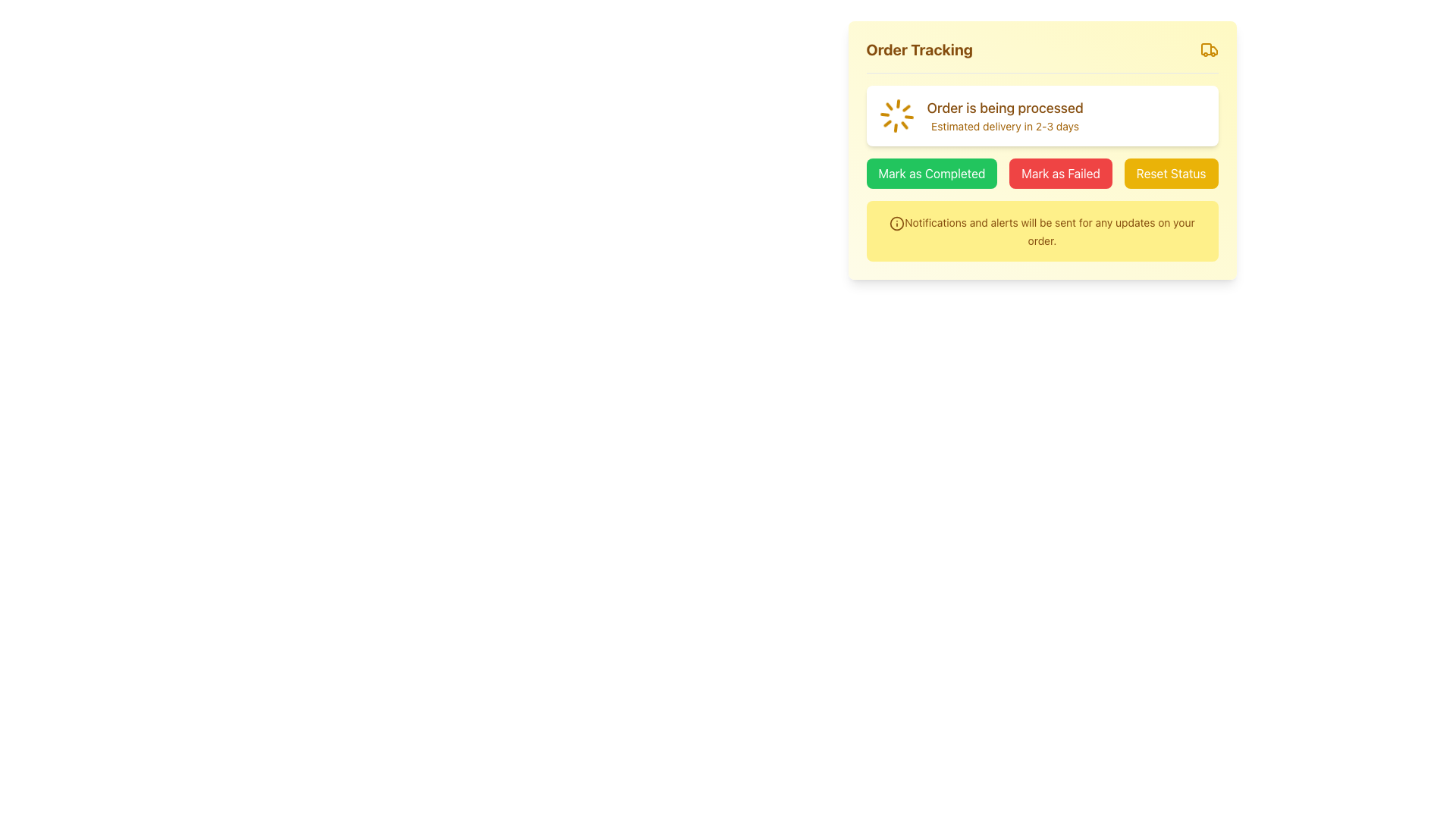 This screenshot has height=819, width=1456. I want to click on the reset button located to the right of the 'Mark as Failed' button, so click(1170, 172).